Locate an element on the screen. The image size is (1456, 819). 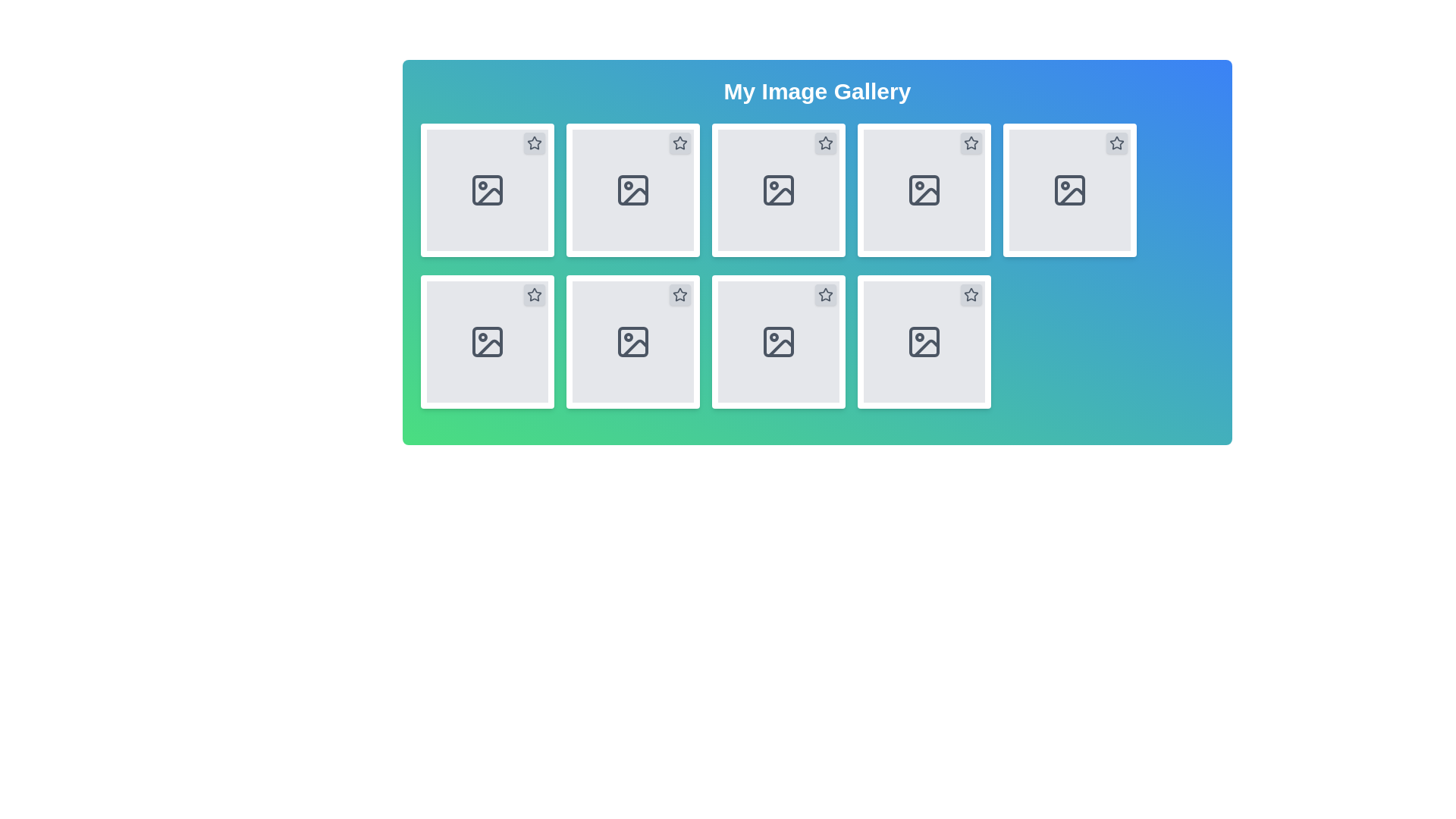
the star-shaped interactive icon button with a gray color, located at the top right corner of the white square card in the grid layout is located at coordinates (825, 143).